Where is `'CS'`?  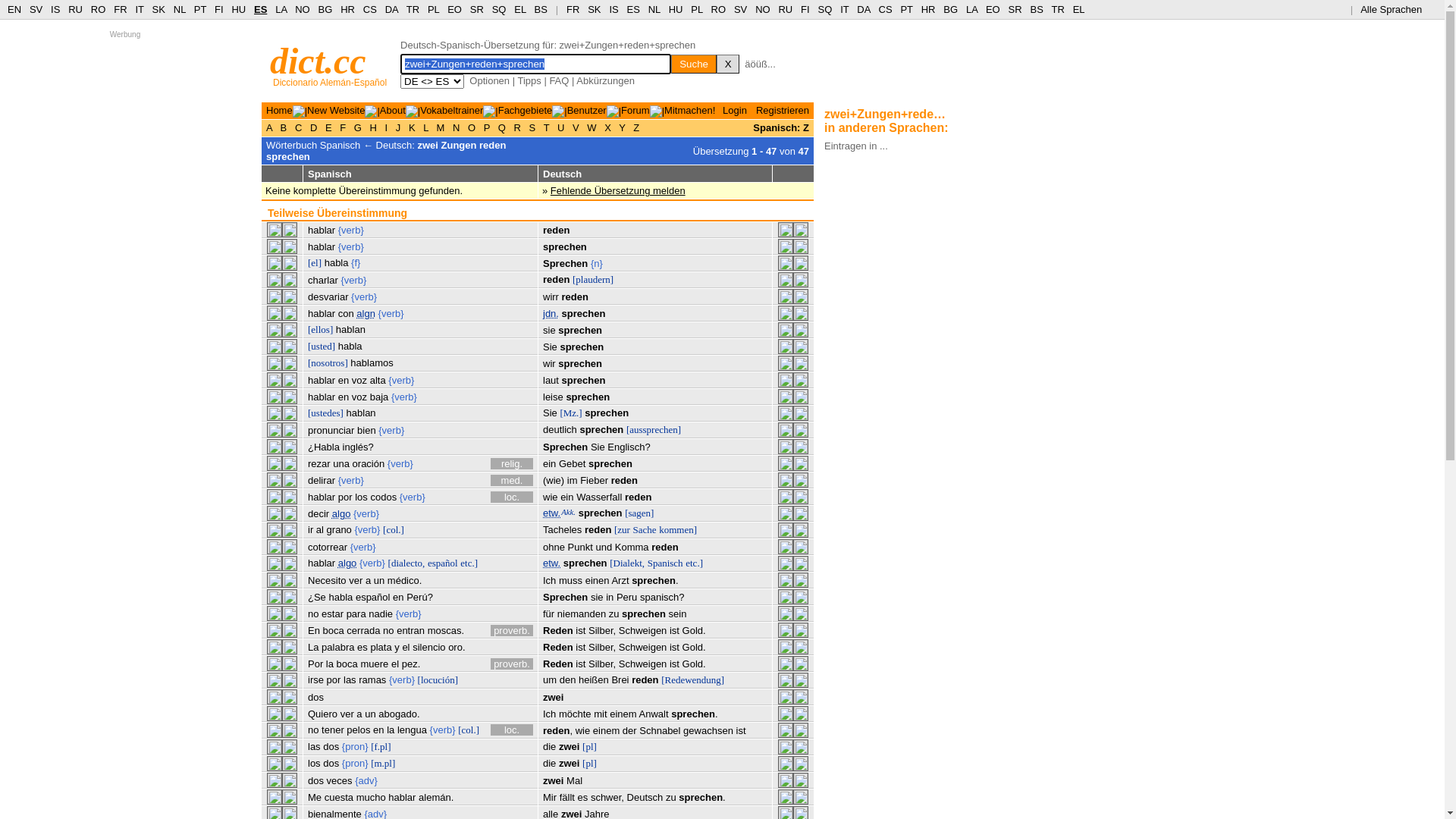 'CS' is located at coordinates (362, 9).